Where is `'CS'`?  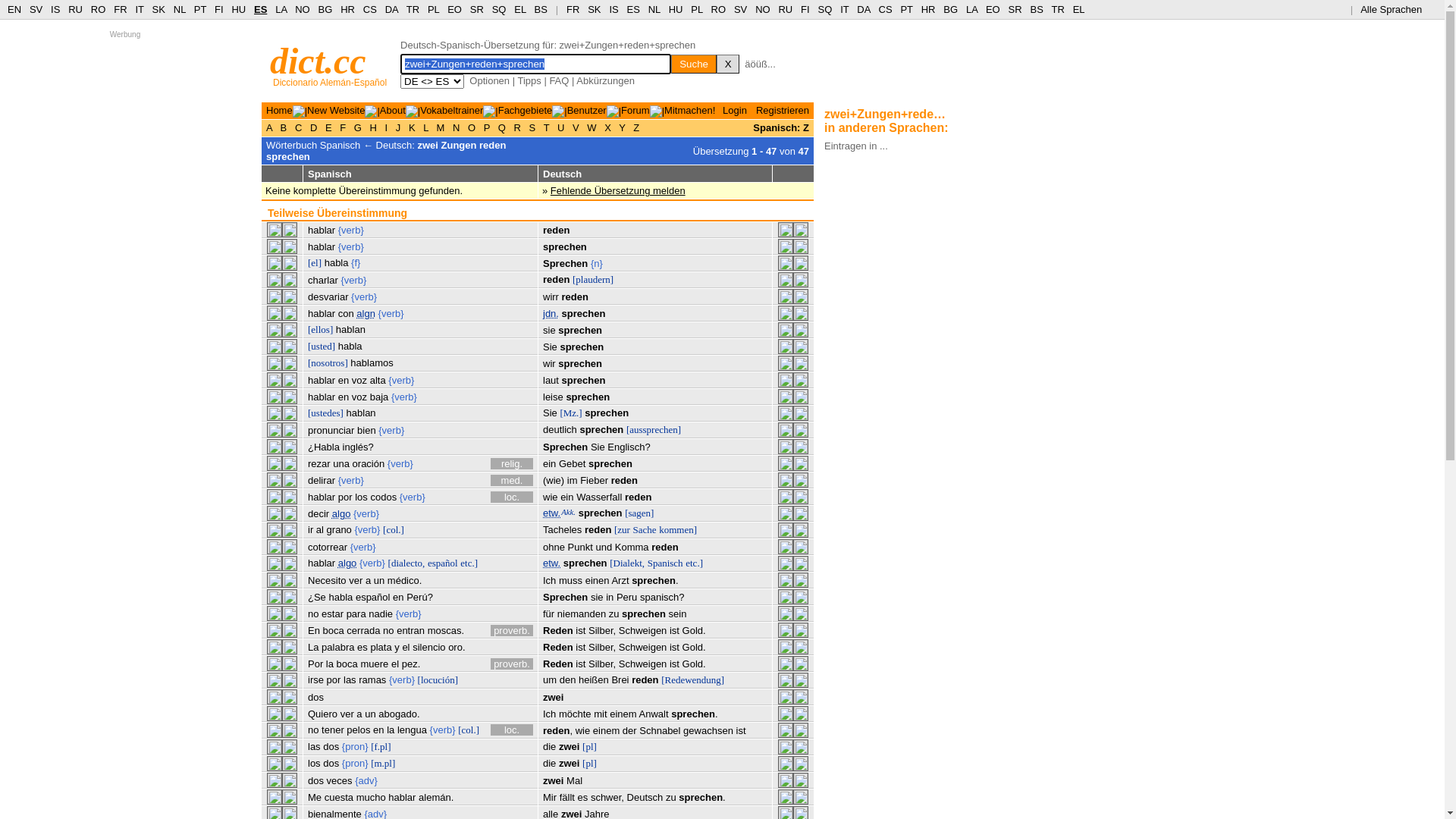 'CS' is located at coordinates (362, 9).